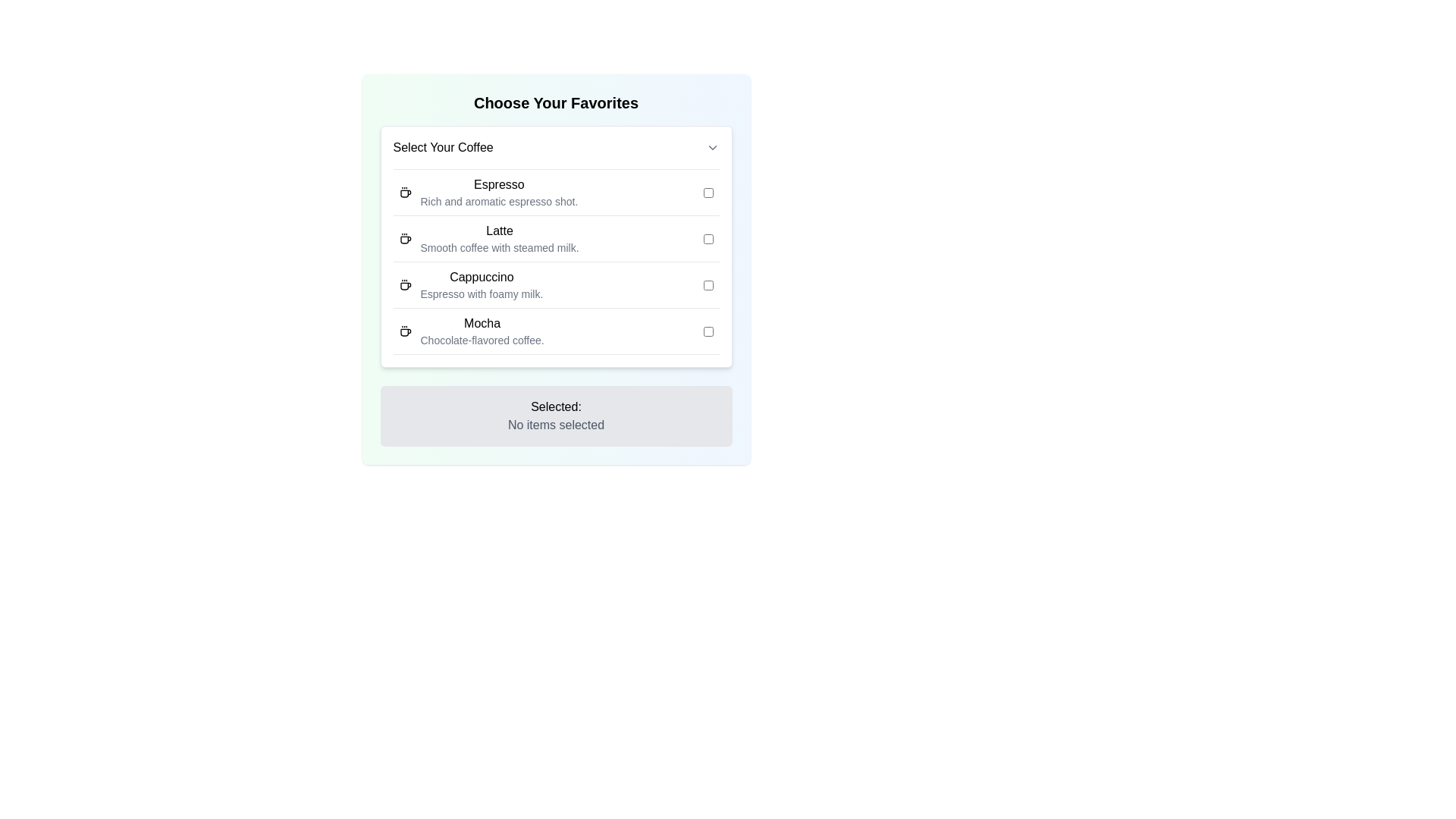 The image size is (1456, 819). What do you see at coordinates (405, 284) in the screenshot?
I see `the visual indicator icon for the 'Cappuccino' coffee option, which is the third item in a vertical list of coffee options` at bounding box center [405, 284].